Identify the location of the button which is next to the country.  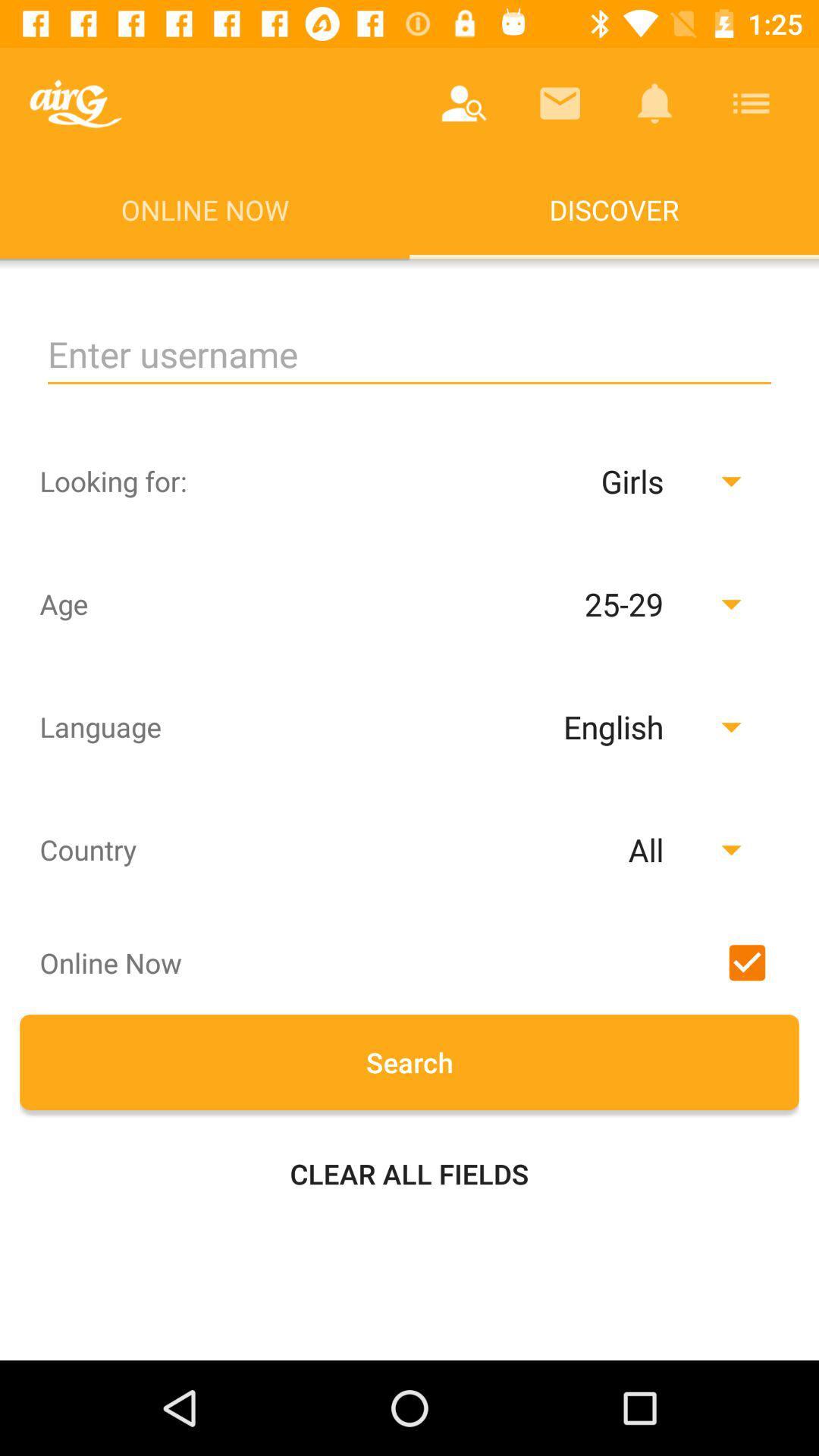
(563, 849).